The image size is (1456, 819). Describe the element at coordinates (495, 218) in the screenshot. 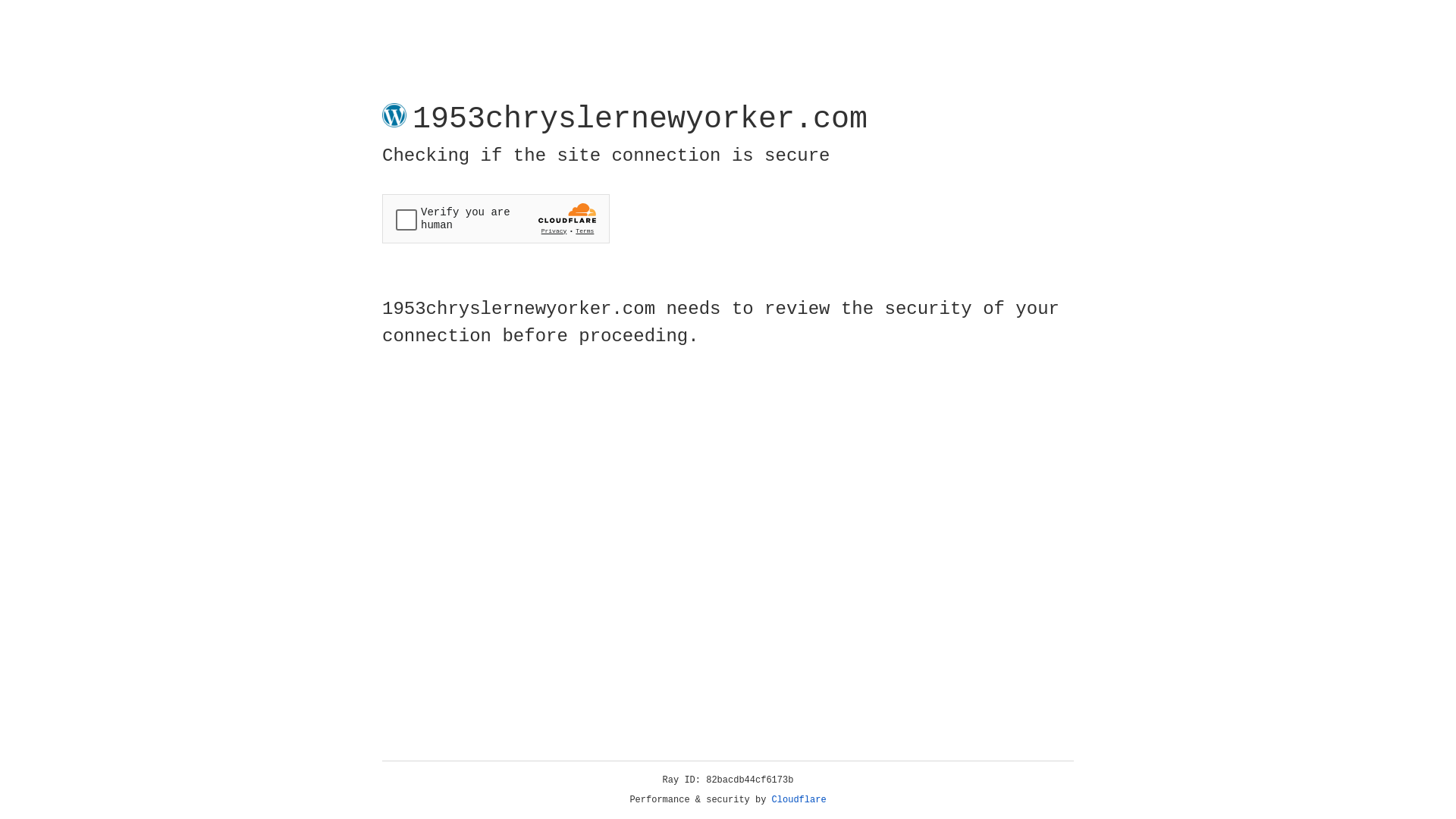

I see `'Widget containing a Cloudflare security challenge'` at that location.